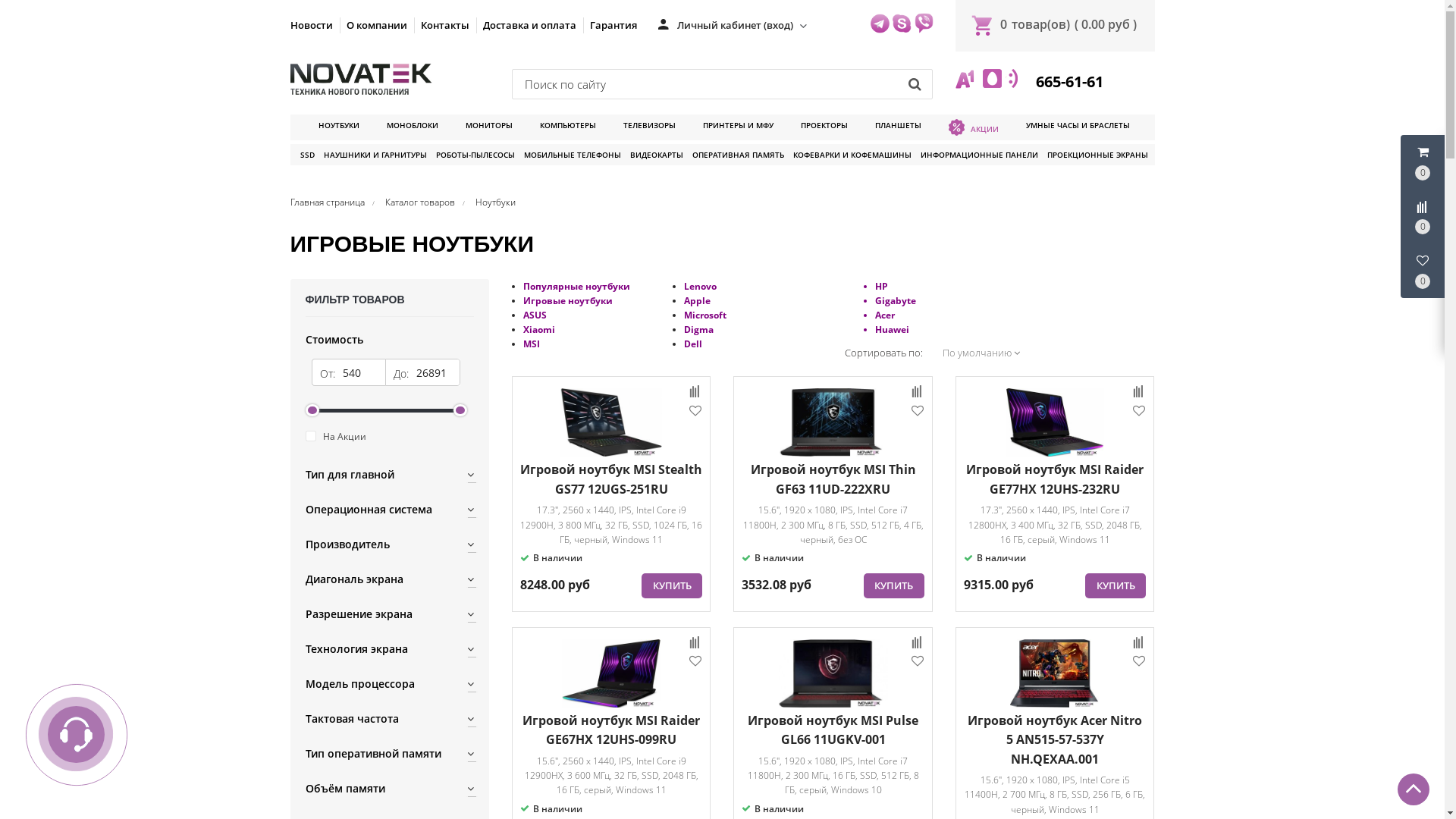 The image size is (1456, 819). I want to click on 'MSI', so click(523, 344).